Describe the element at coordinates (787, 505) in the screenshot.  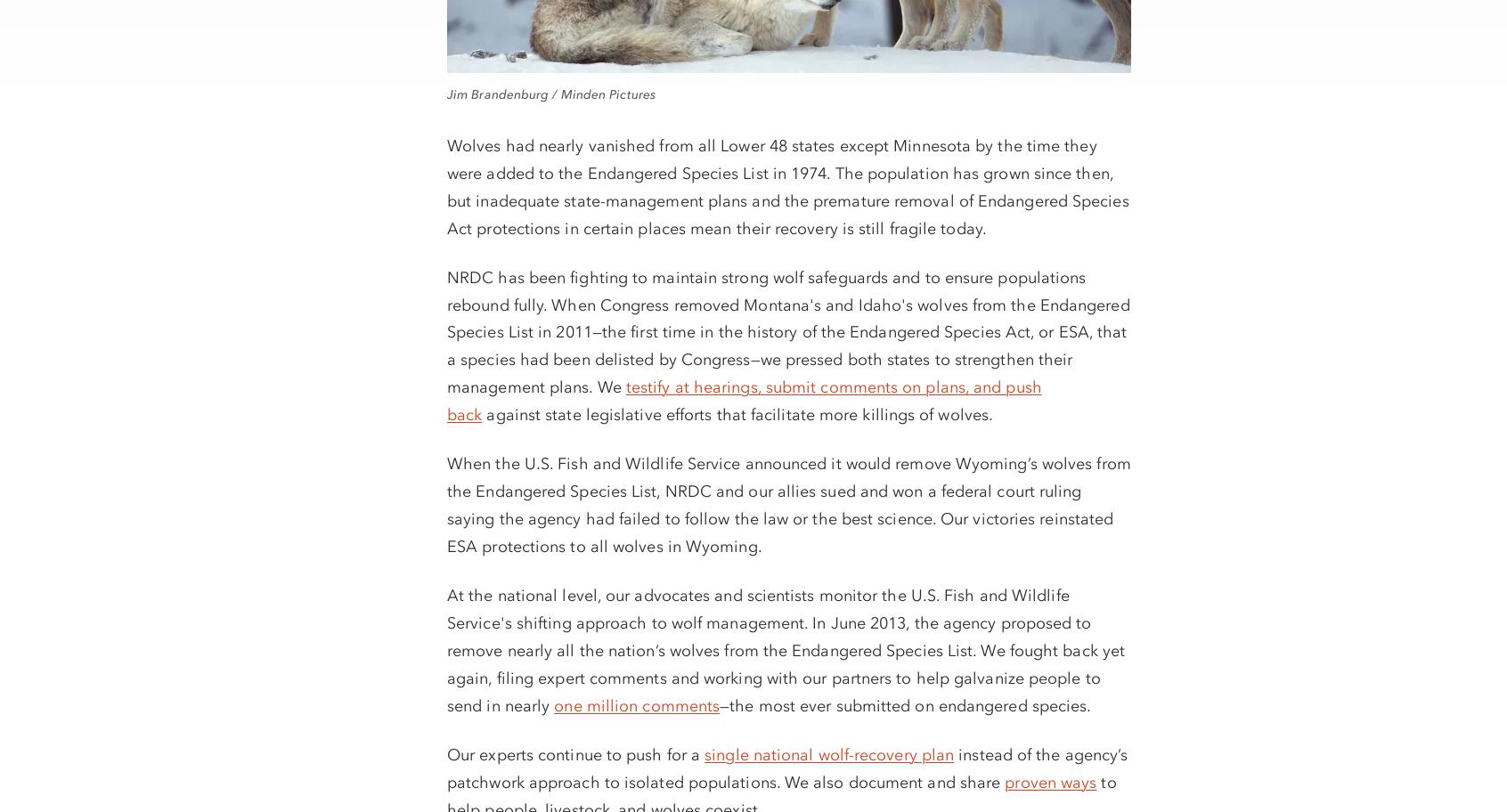
I see `'When the U.S. Fish and Wildlife Service announced it would remove Wyoming’s wolves from the Endangered Species List, NRDC and our allies sued and won a federal court ruling saying the agency had failed to follow the law or the best science. Our victories reinstated ESA protections to all wolves in Wyoming.'` at that location.